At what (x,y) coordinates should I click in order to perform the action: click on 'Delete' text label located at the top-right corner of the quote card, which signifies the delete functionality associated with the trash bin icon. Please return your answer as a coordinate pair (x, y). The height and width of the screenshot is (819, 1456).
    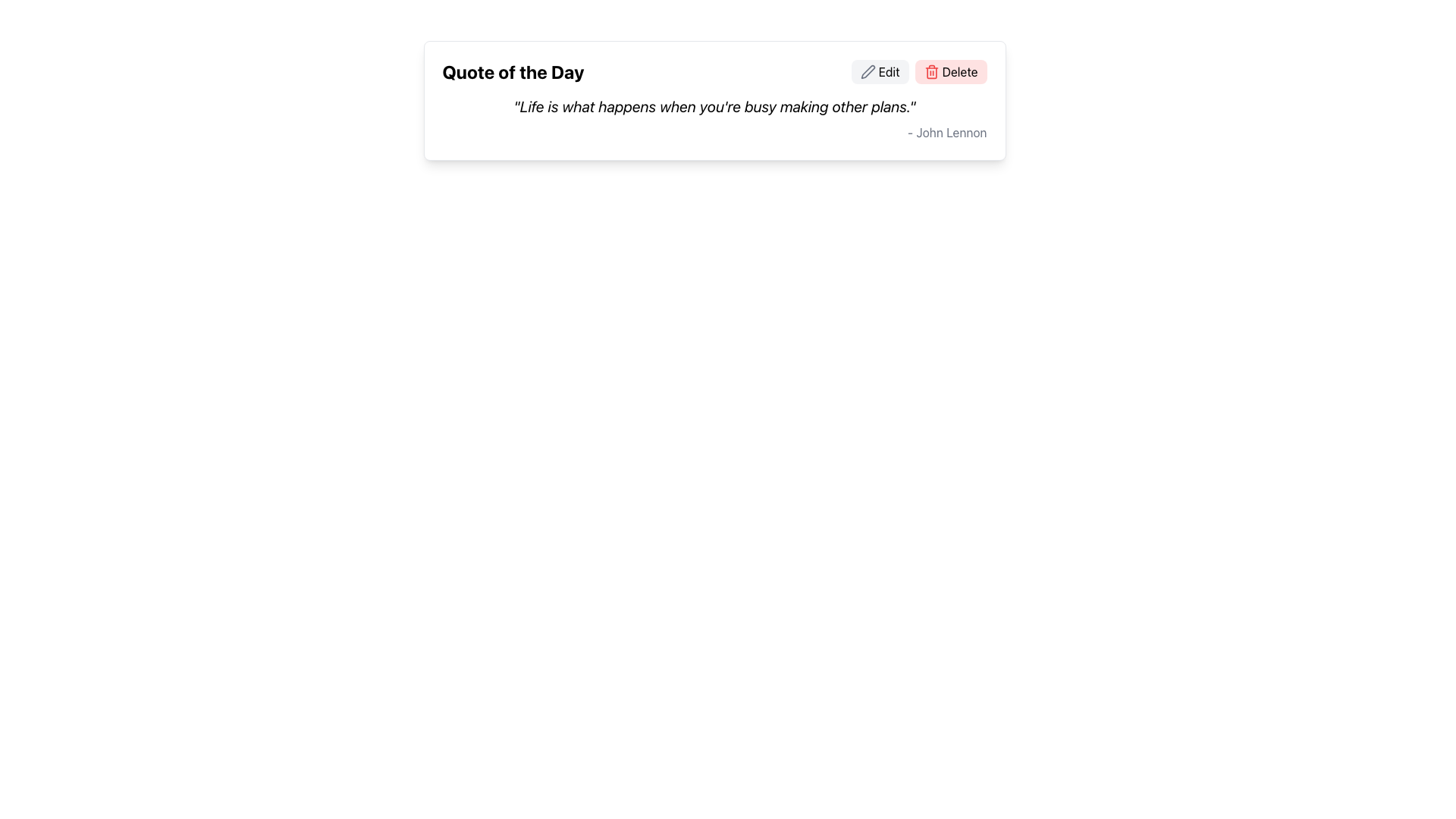
    Looking at the image, I should click on (959, 72).